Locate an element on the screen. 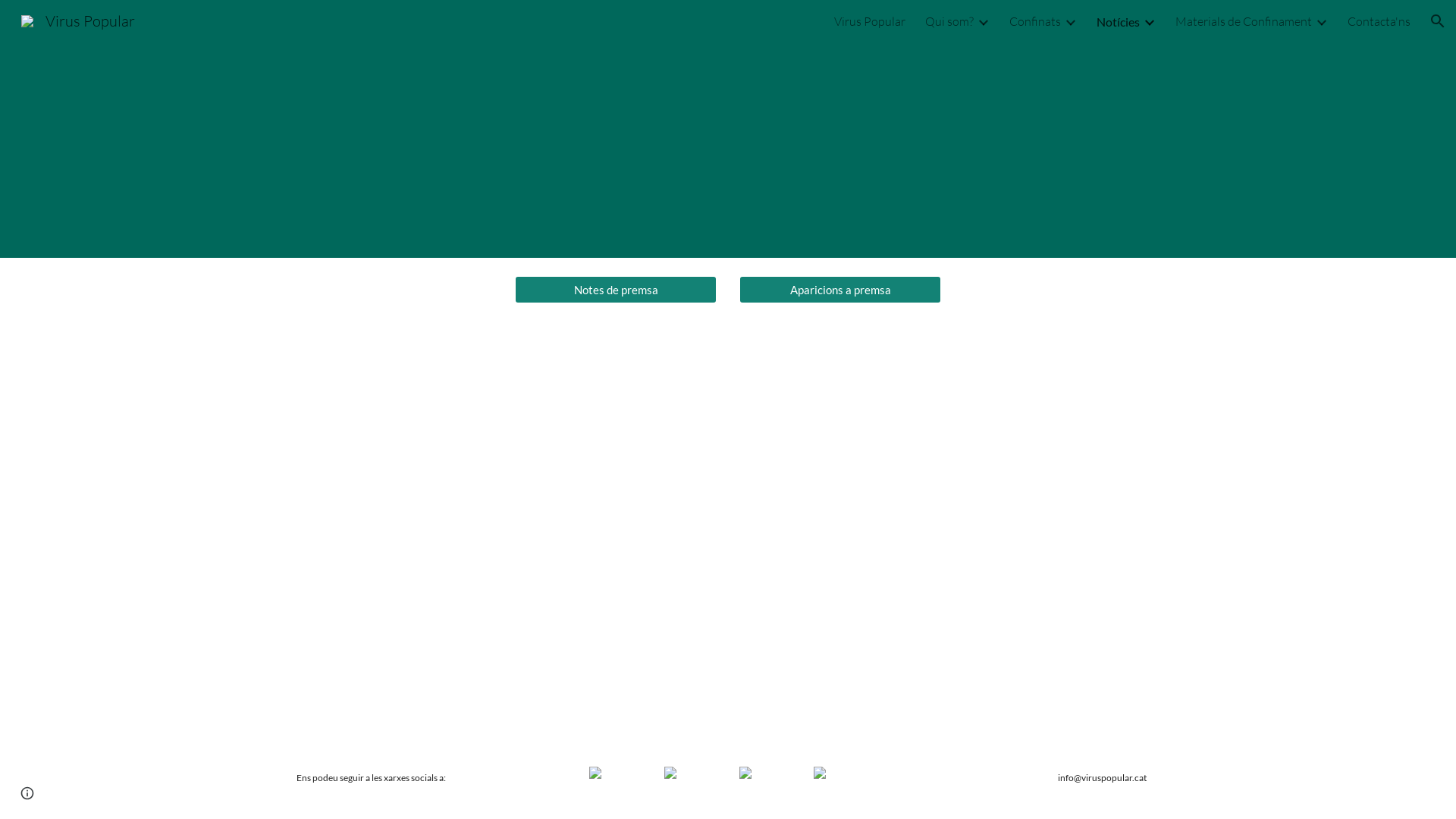 The image size is (1456, 819). 'Notes de premsa' is located at coordinates (615, 289).